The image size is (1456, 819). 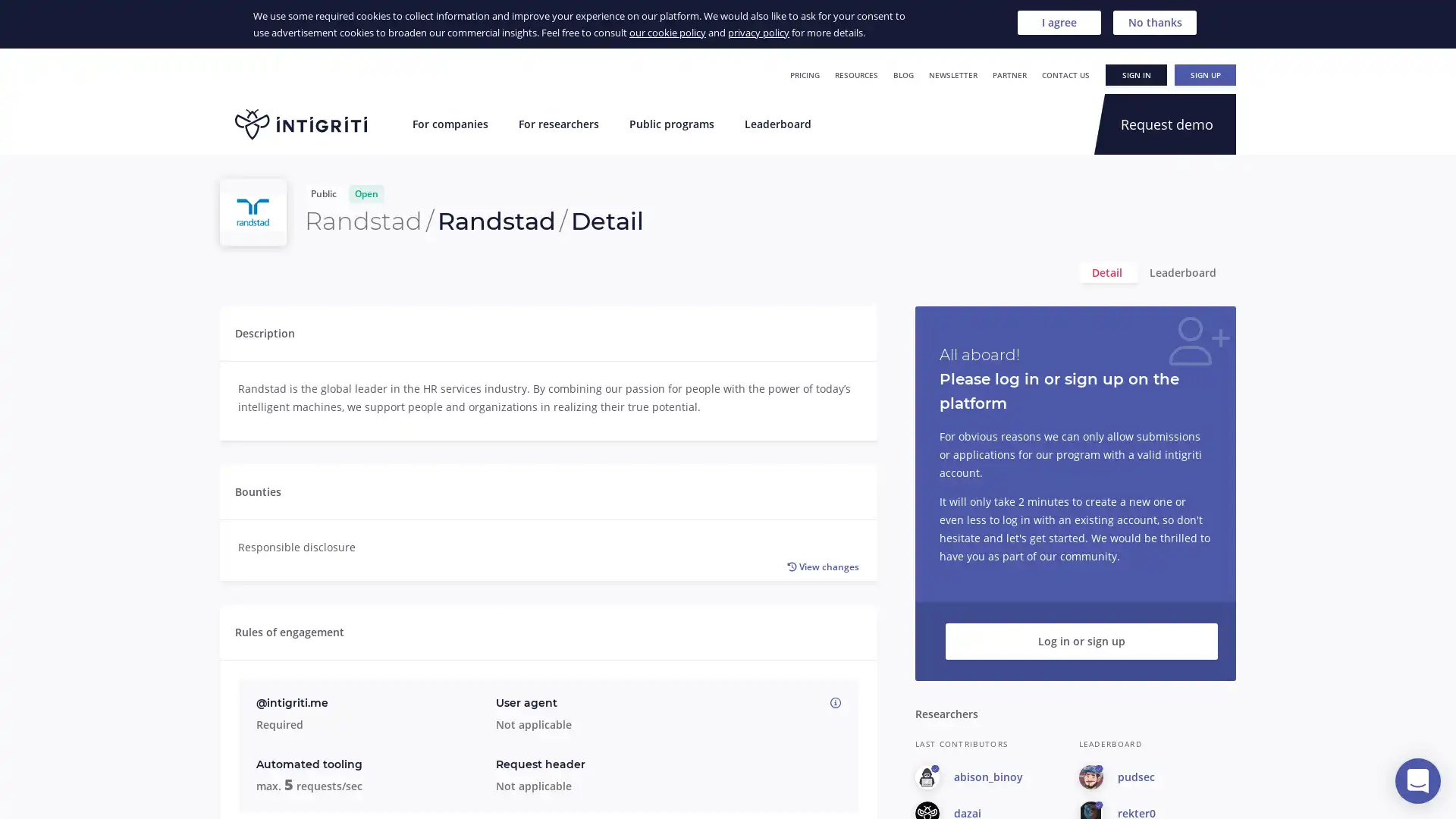 I want to click on Open Intercom Messenger, so click(x=1417, y=780).